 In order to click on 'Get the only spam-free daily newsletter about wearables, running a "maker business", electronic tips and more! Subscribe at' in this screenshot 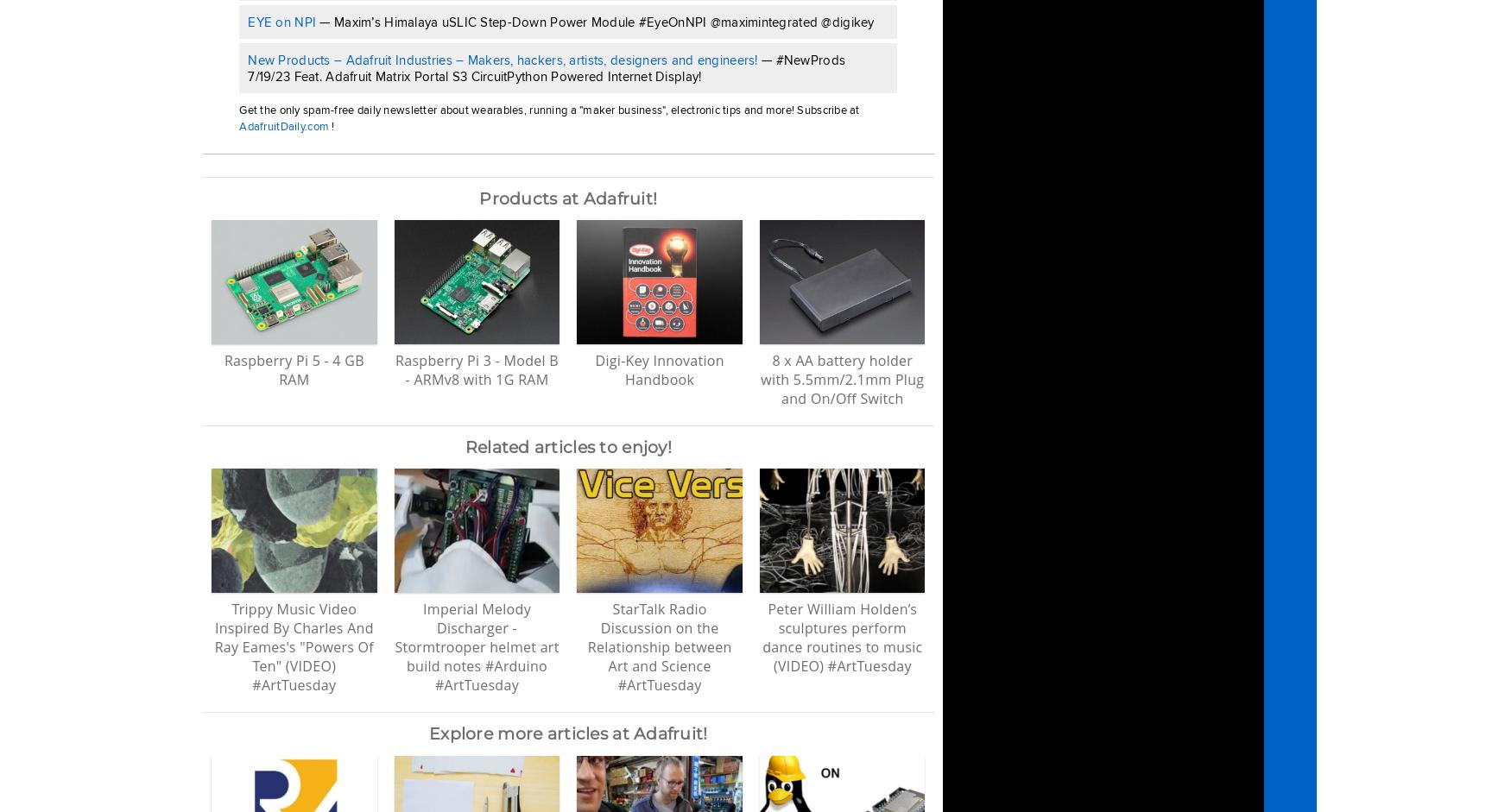, I will do `click(547, 110)`.